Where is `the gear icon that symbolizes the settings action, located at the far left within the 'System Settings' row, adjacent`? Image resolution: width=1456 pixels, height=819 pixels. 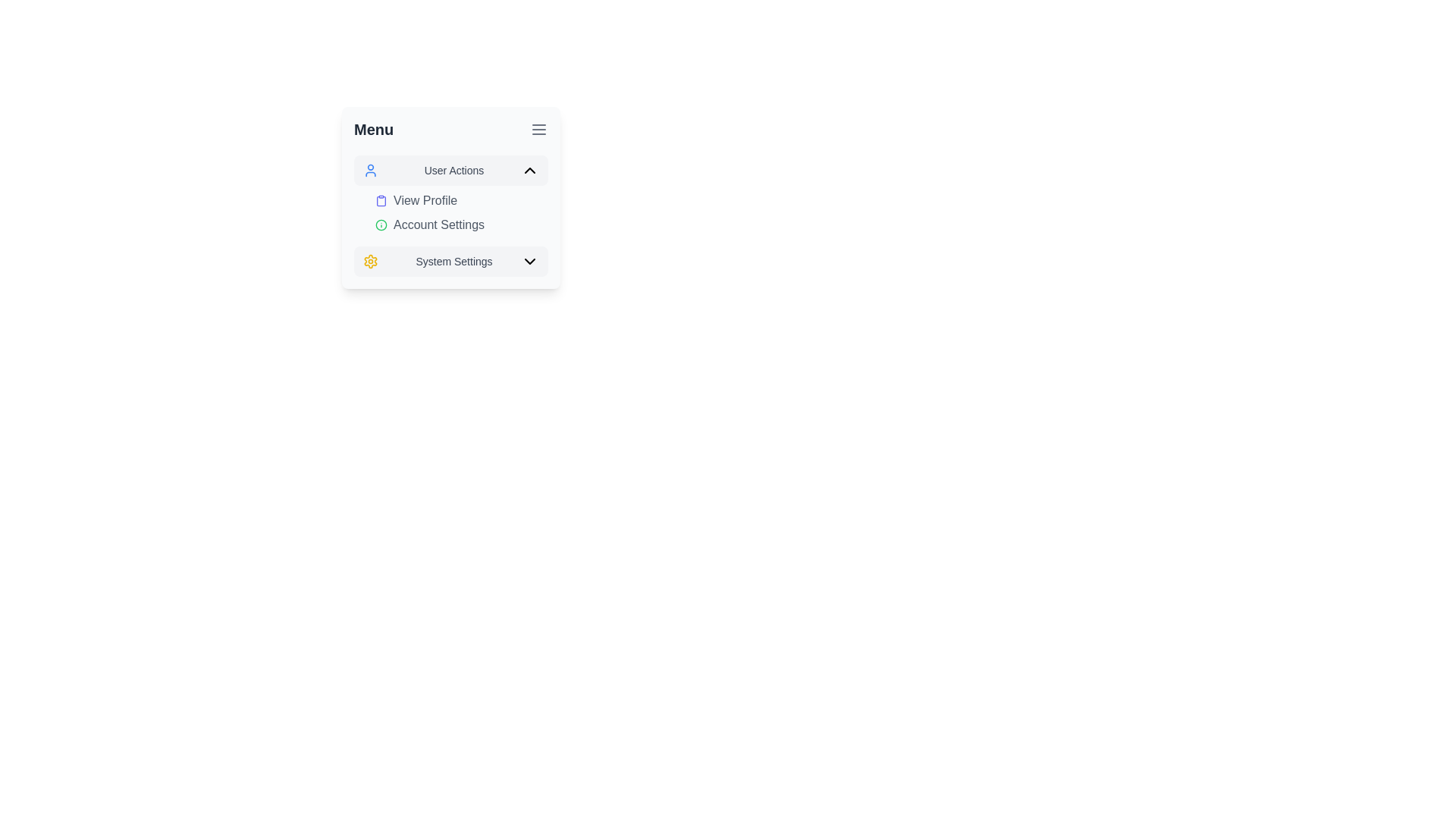
the gear icon that symbolizes the settings action, located at the far left within the 'System Settings' row, adjacent is located at coordinates (371, 260).